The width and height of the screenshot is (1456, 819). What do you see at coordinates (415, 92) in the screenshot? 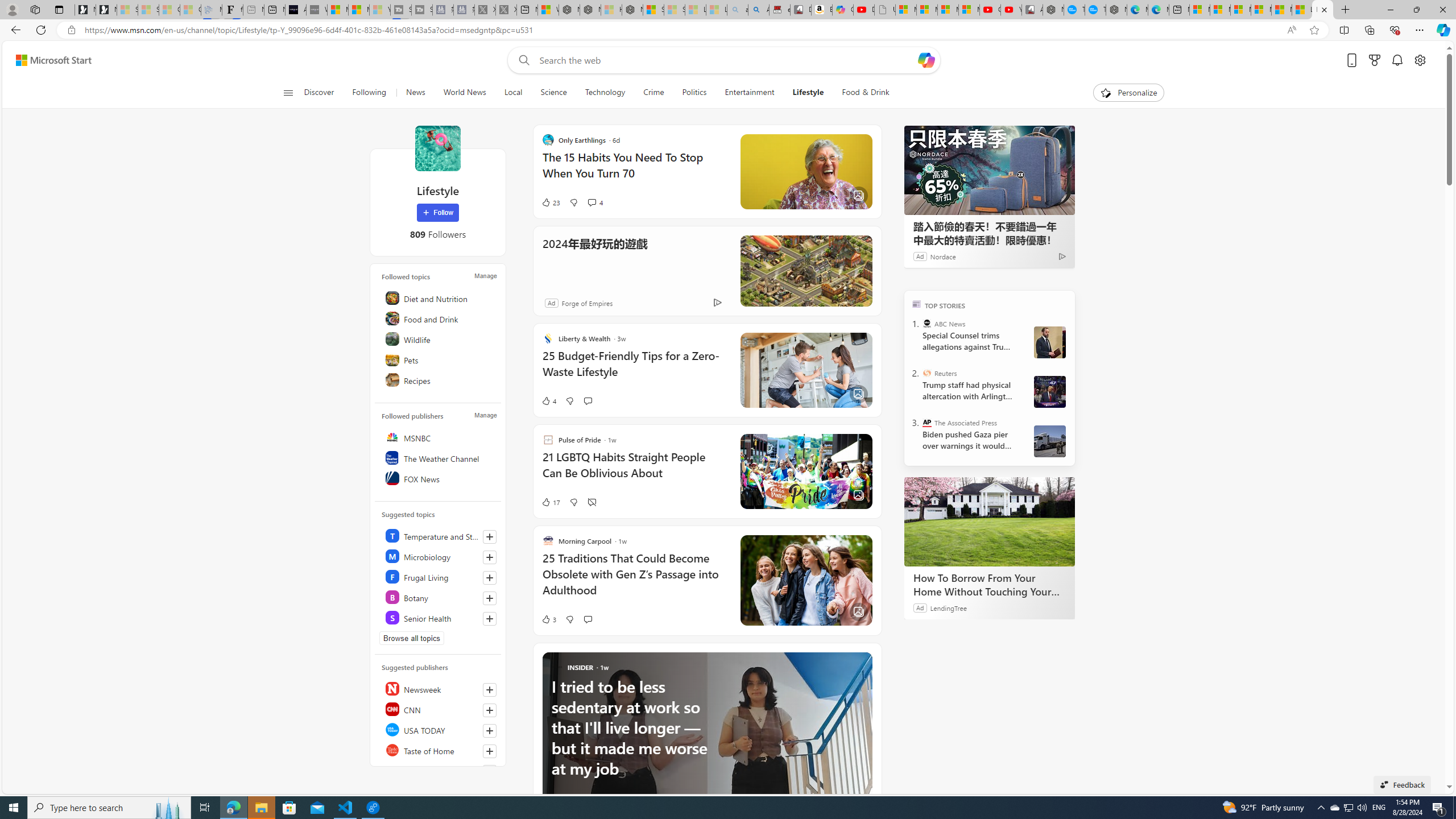
I see `'News'` at bounding box center [415, 92].